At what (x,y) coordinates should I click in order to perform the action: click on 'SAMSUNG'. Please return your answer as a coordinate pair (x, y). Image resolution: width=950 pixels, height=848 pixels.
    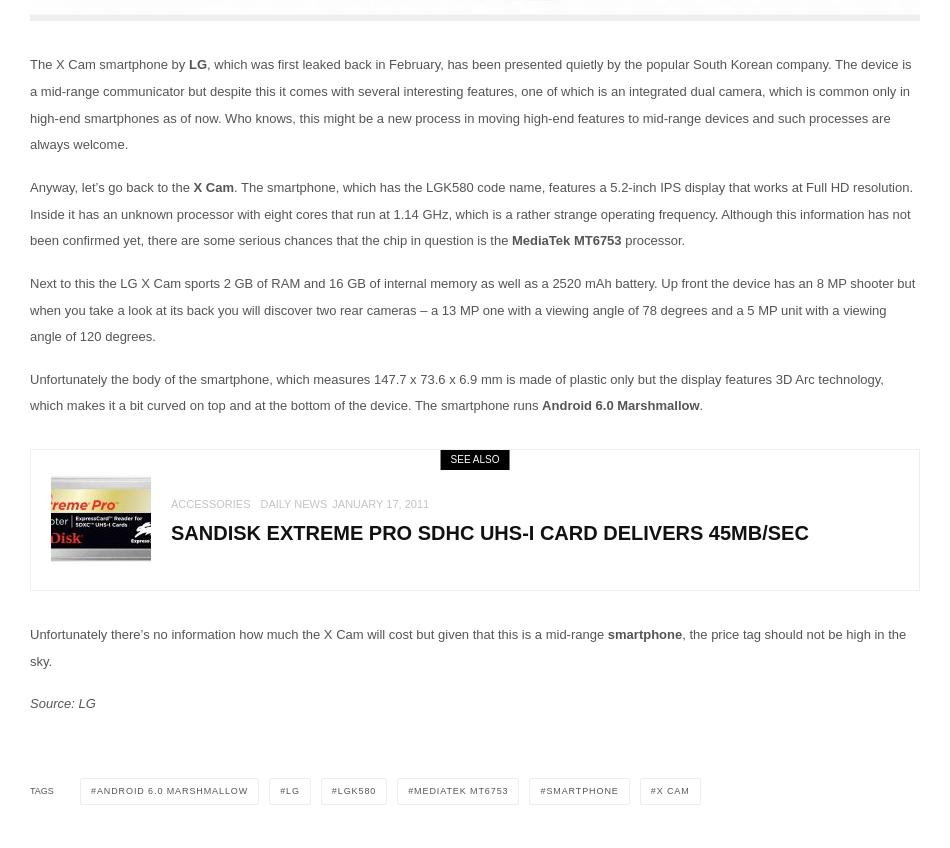
    Looking at the image, I should click on (271, 98).